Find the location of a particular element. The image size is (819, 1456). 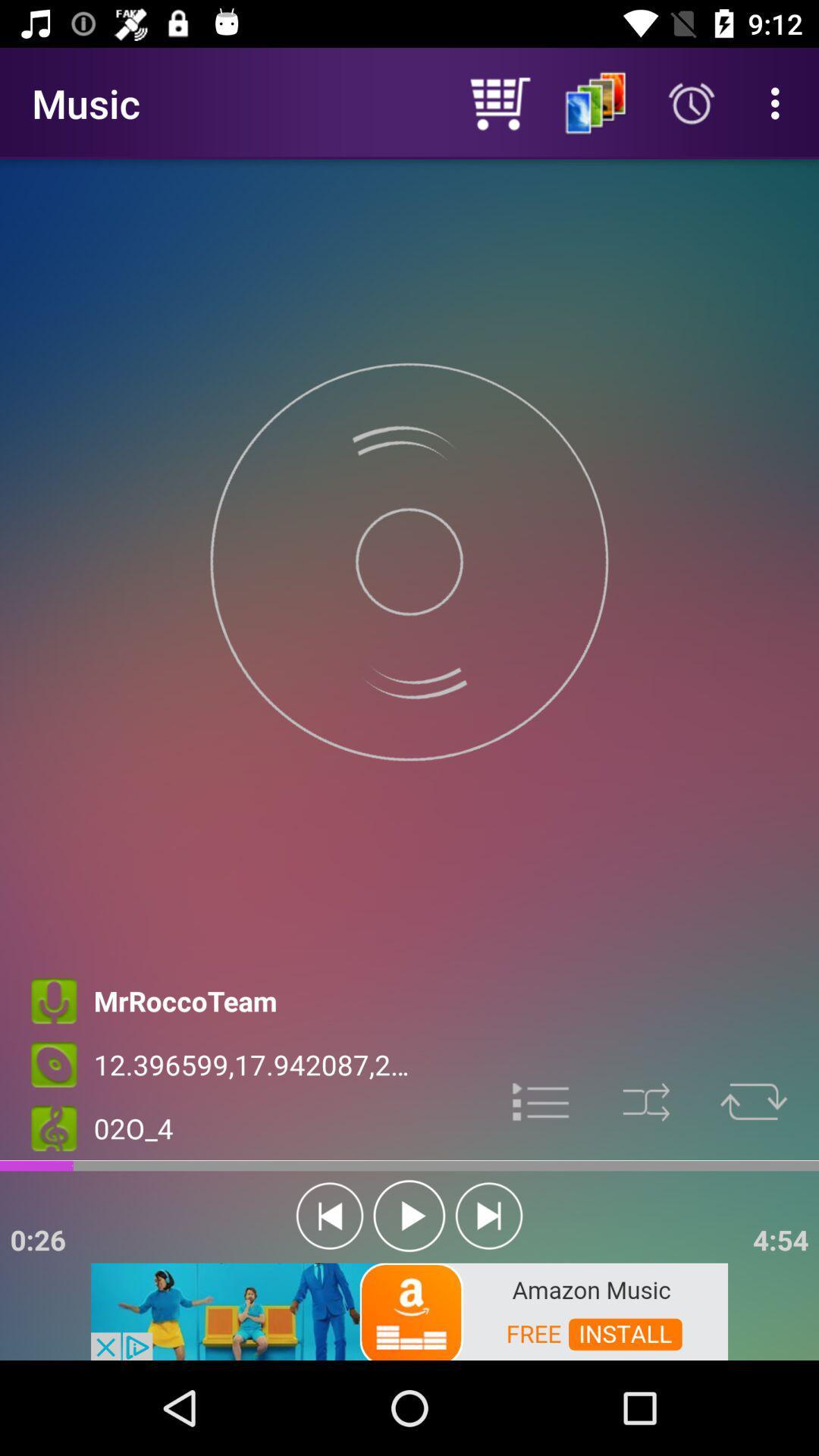

advertisement is located at coordinates (409, 1310).